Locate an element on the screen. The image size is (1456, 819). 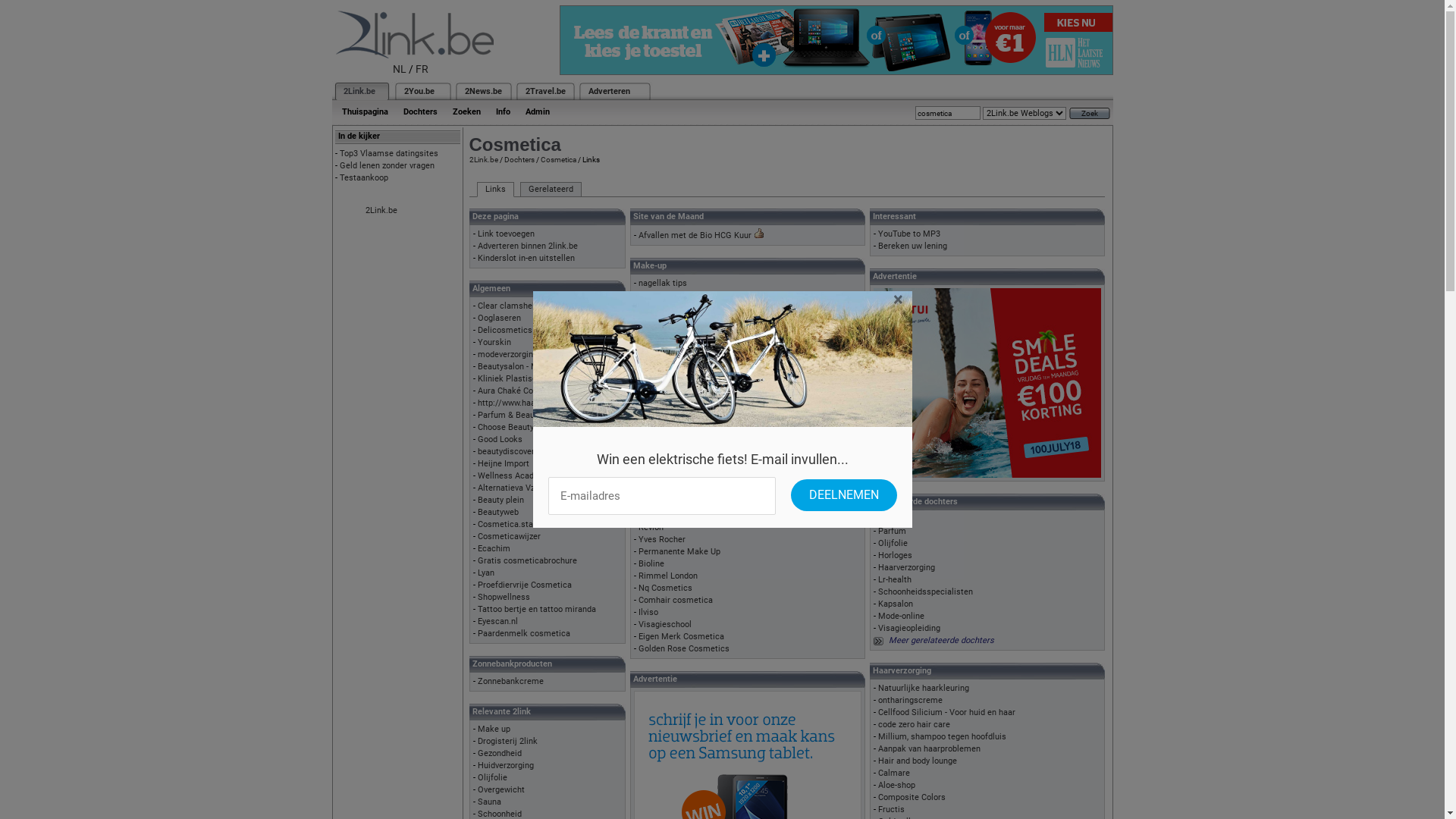
'Testaankoop' is located at coordinates (364, 177).